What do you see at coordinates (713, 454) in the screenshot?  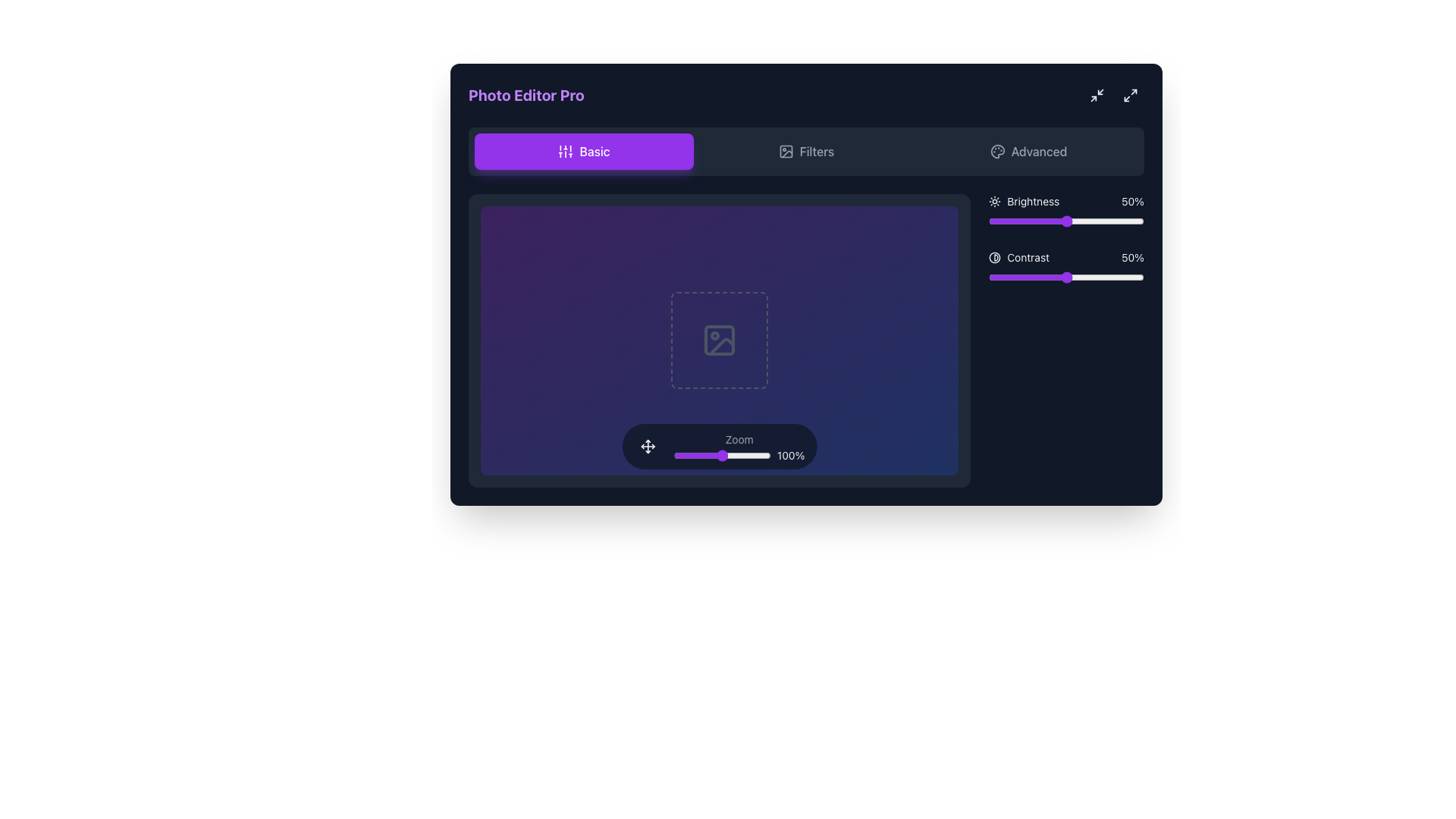 I see `the zoom level` at bounding box center [713, 454].